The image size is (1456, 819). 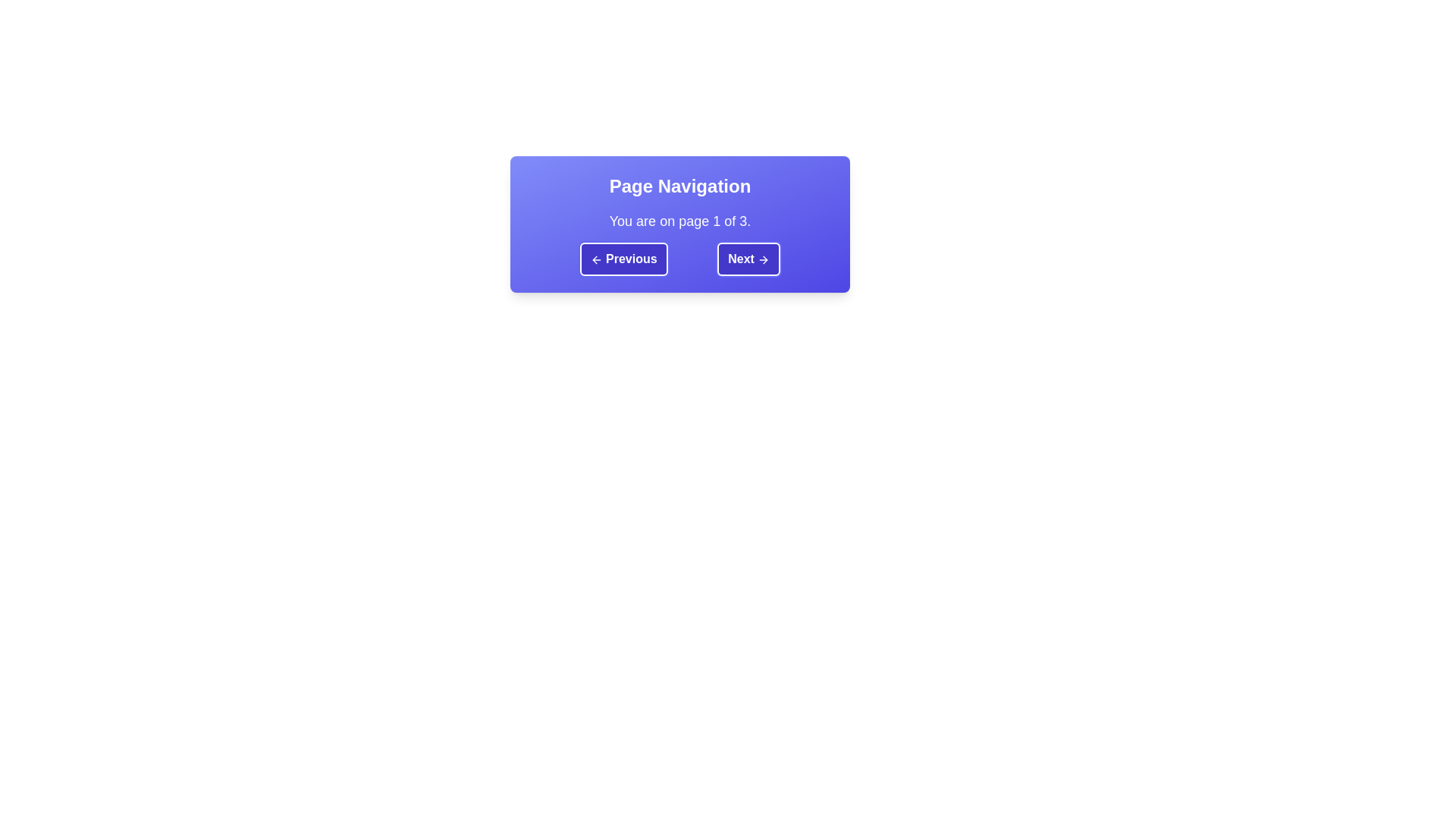 What do you see at coordinates (679, 186) in the screenshot?
I see `the 'Page Navigation' text header element for reading` at bounding box center [679, 186].